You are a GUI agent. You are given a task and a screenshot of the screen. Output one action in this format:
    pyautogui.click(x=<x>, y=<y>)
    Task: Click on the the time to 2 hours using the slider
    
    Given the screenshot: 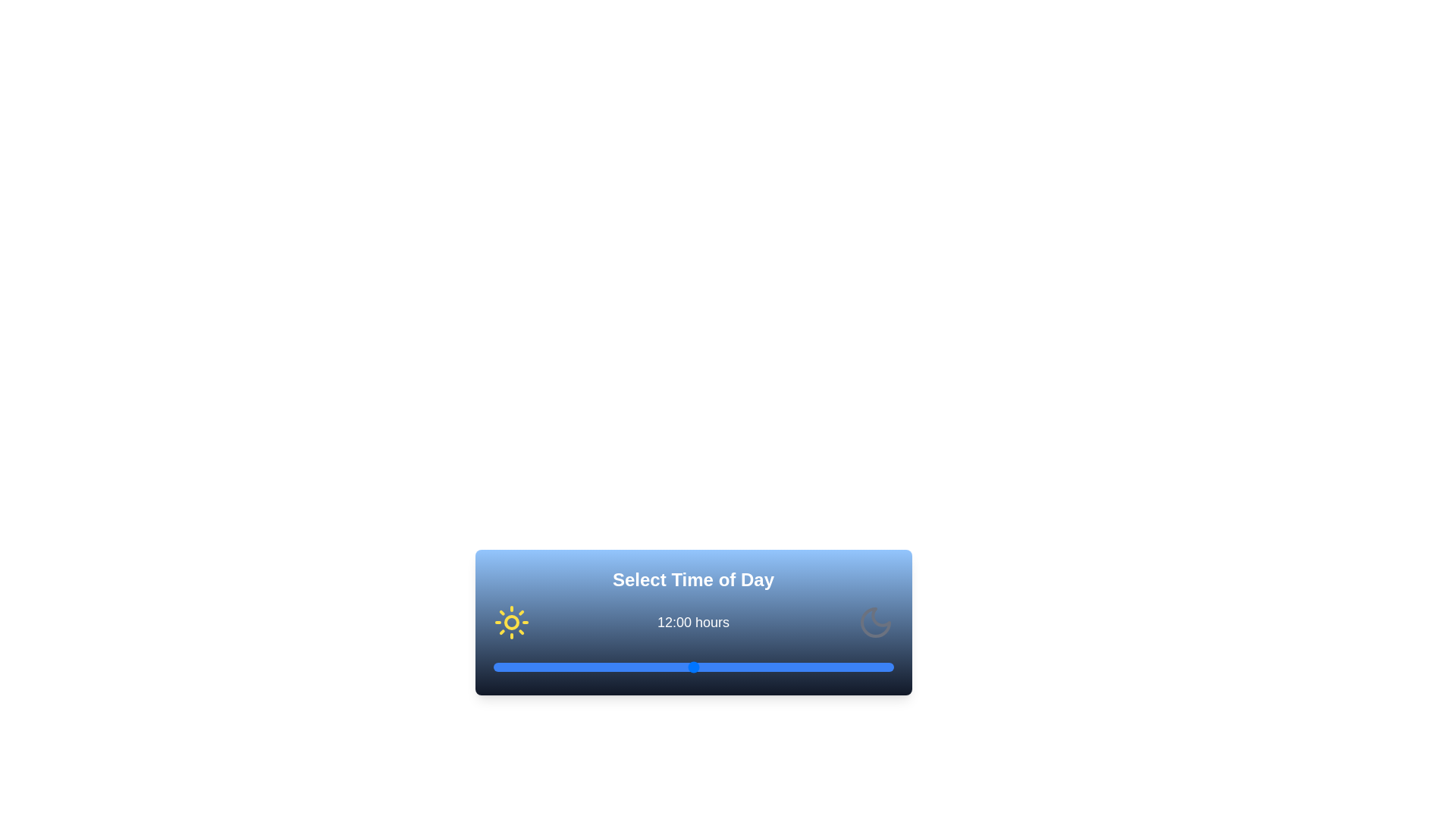 What is the action you would take?
    pyautogui.click(x=526, y=666)
    